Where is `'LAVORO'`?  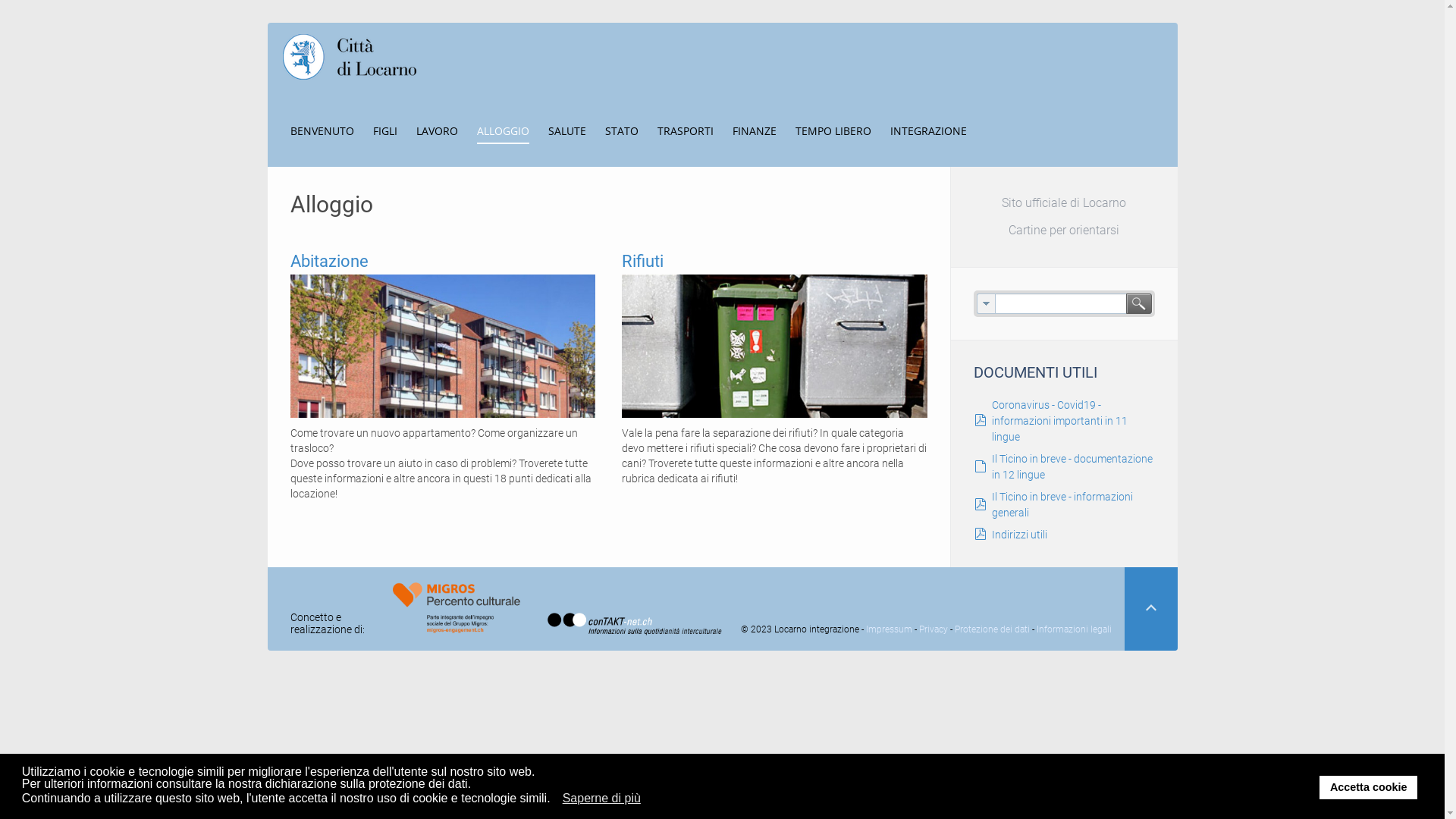 'LAVORO' is located at coordinates (415, 130).